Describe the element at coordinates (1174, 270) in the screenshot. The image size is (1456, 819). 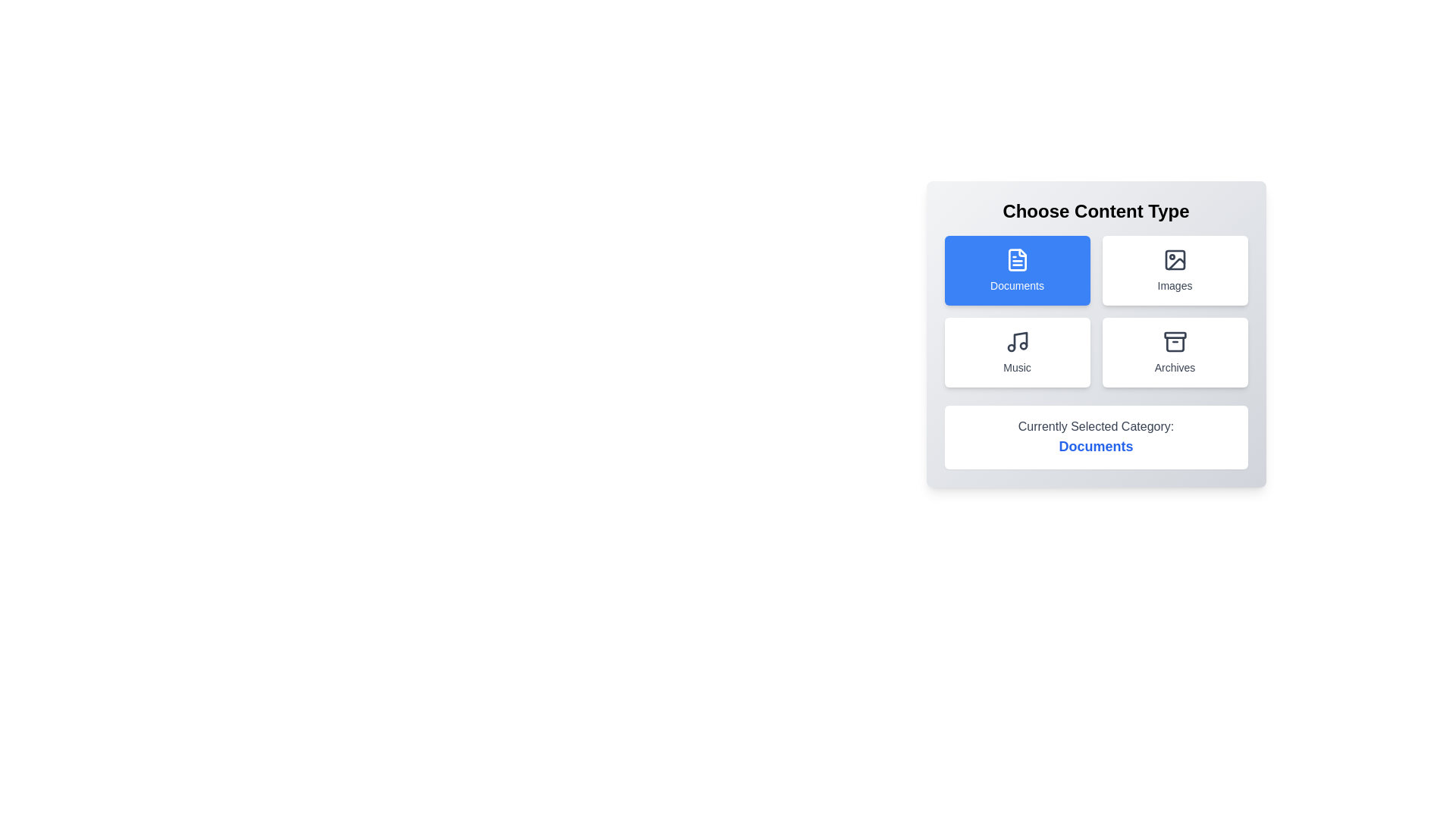
I see `the category button labeled Images to view its hover effect` at that location.